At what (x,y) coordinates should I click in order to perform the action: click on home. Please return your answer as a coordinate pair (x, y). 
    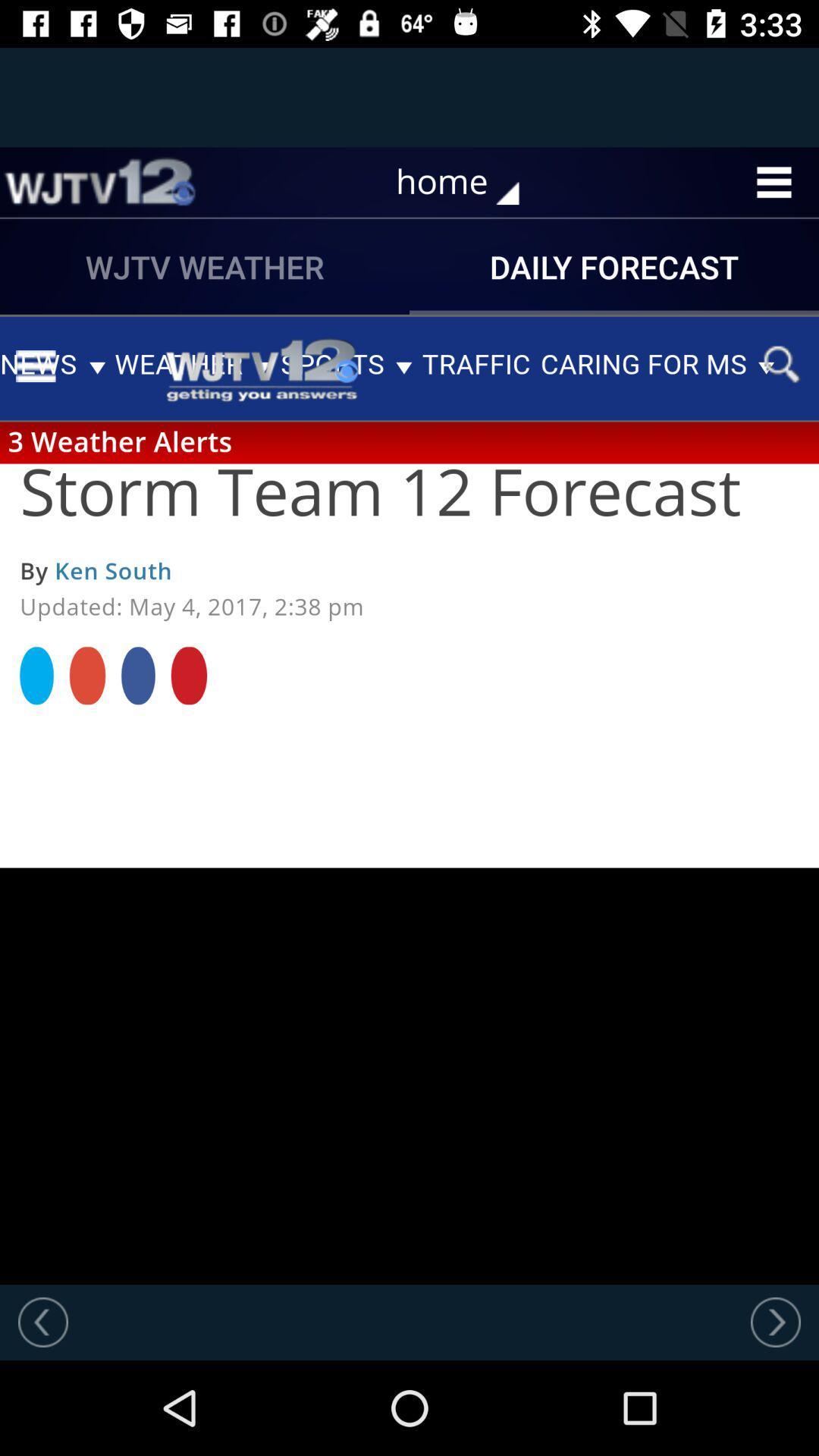
    Looking at the image, I should click on (467, 182).